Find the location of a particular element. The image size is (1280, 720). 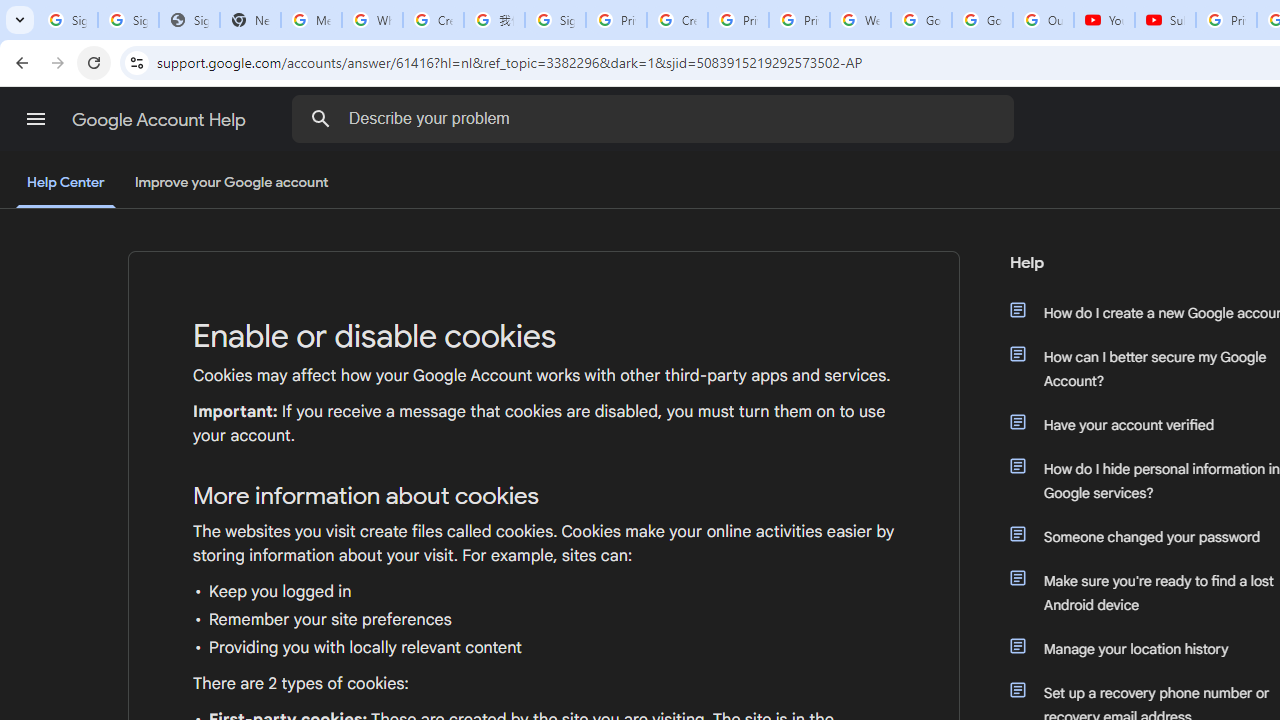

'Welcome to My Activity' is located at coordinates (860, 20).